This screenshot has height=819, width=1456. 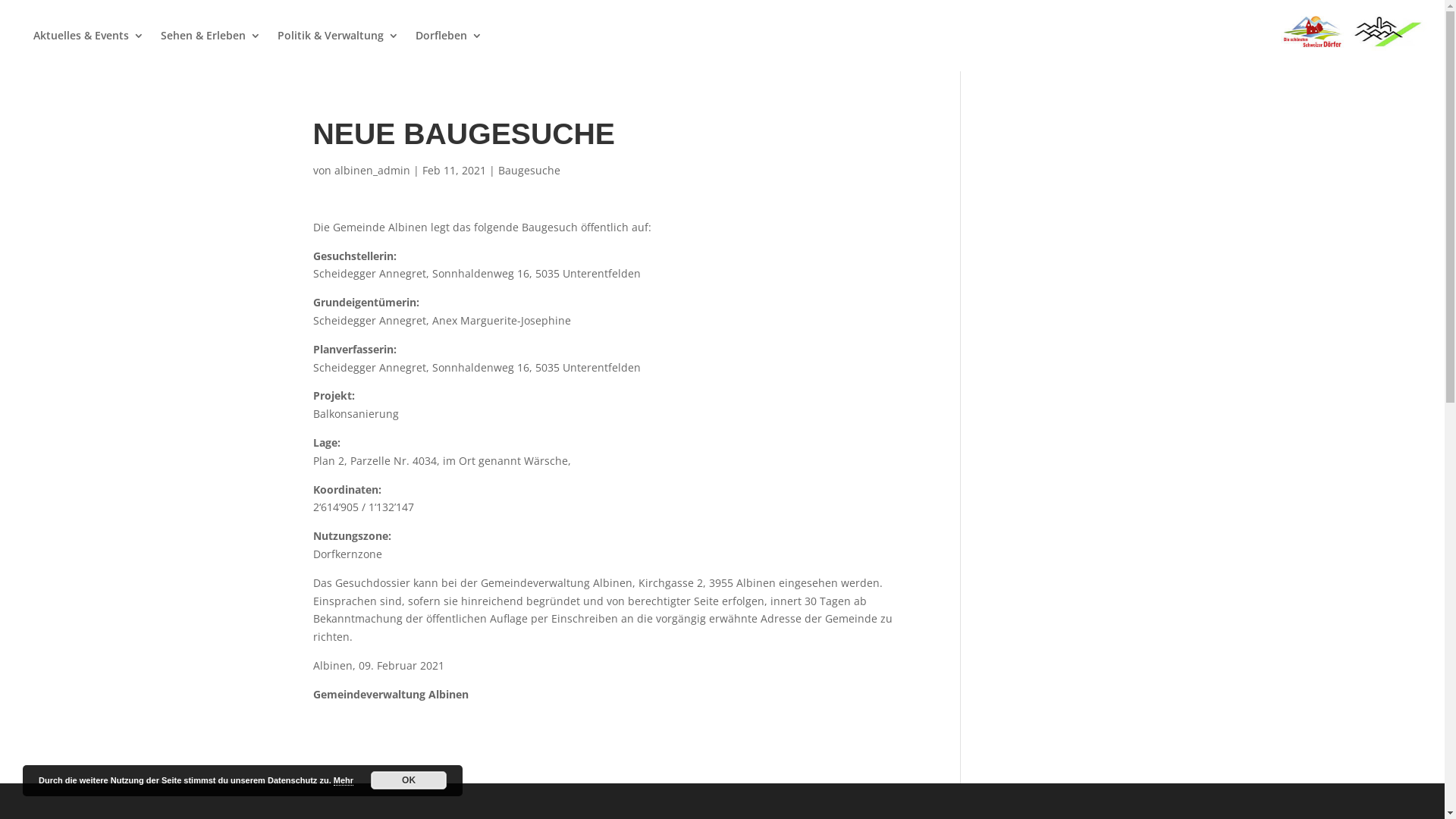 I want to click on 'Politik & Verwaltung', so click(x=277, y=49).